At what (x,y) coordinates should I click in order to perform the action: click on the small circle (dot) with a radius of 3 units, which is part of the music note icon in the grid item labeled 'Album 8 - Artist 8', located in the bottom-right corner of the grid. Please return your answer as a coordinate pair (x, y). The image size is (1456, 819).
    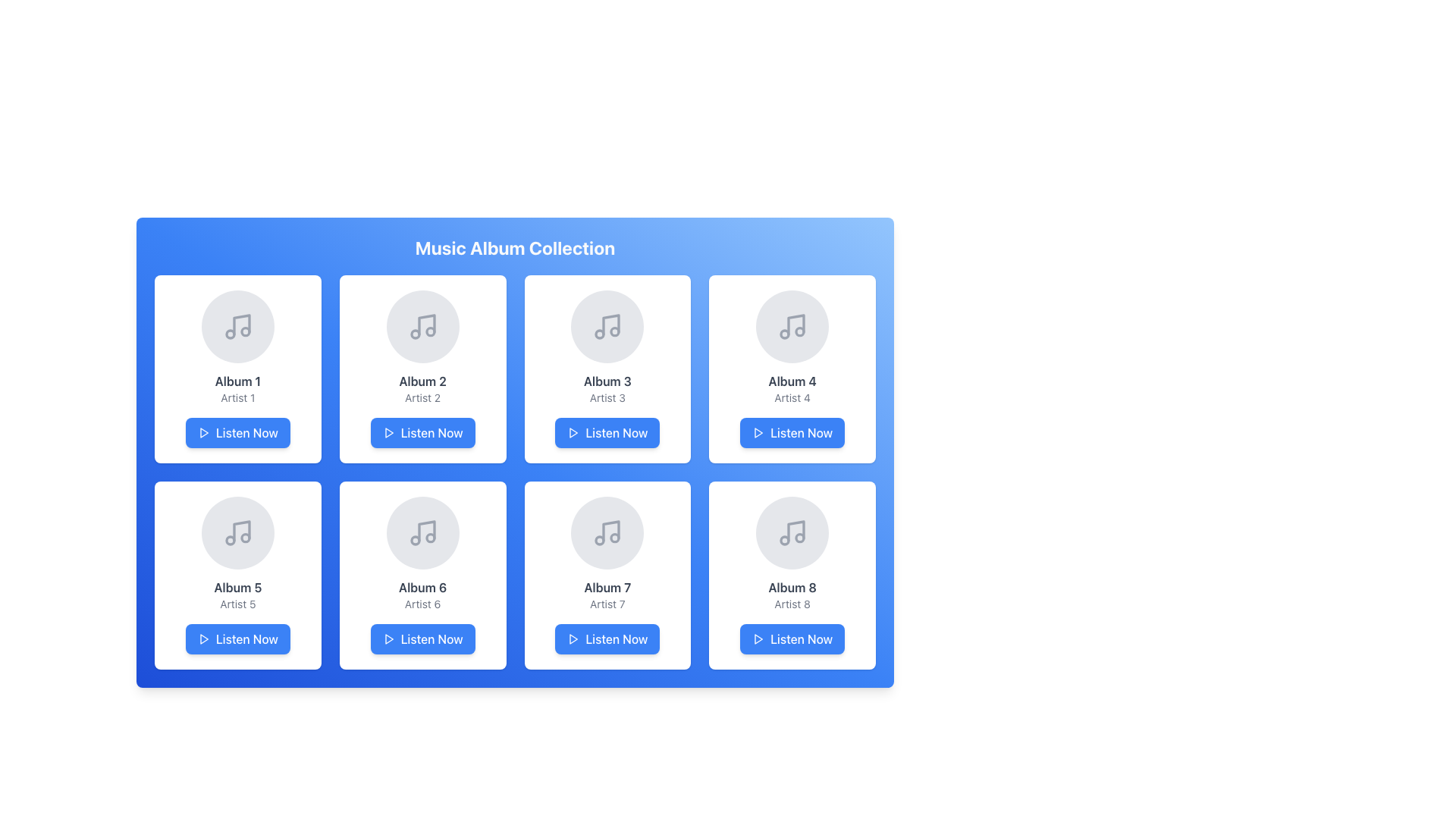
    Looking at the image, I should click on (799, 537).